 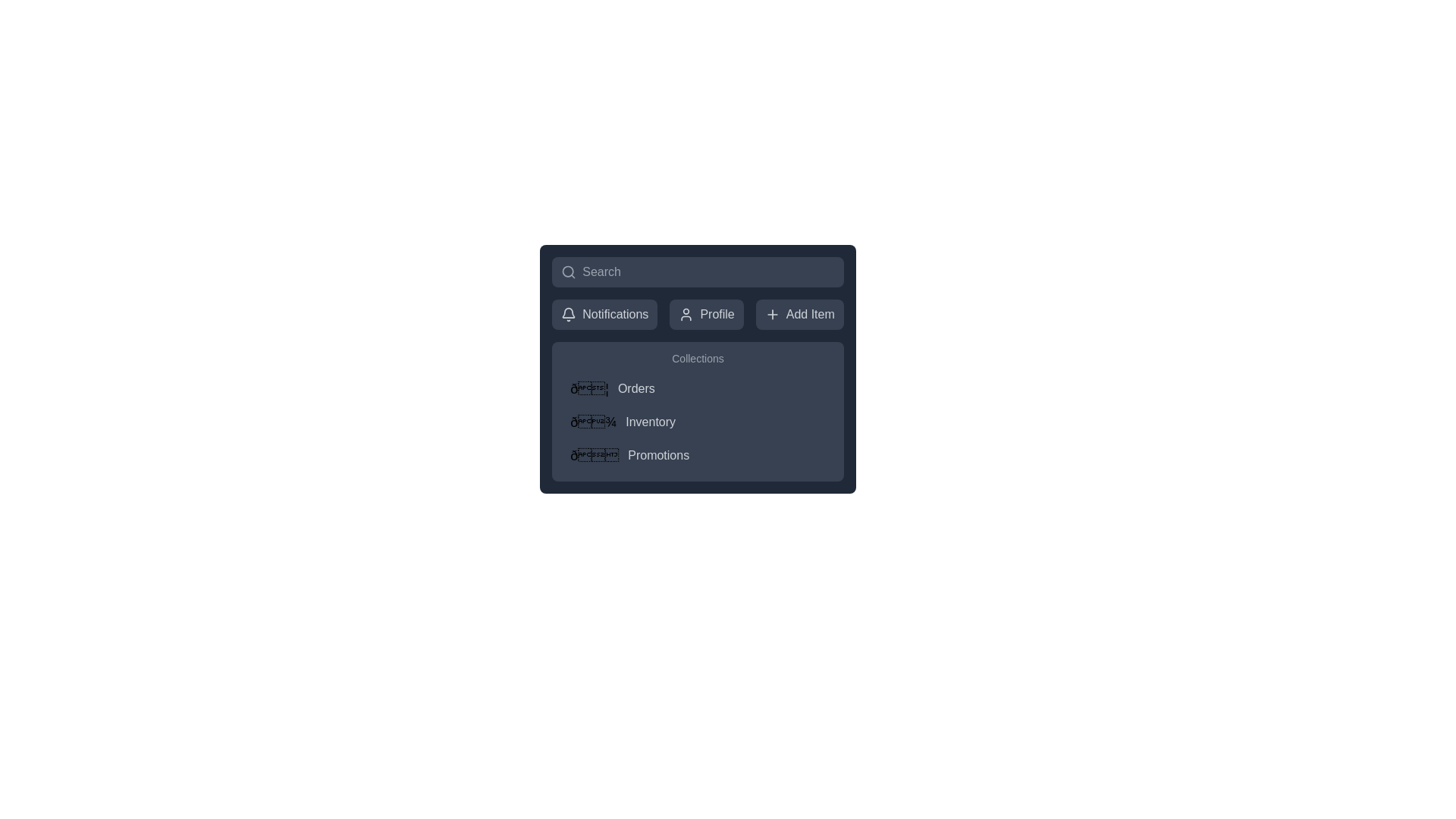 What do you see at coordinates (697, 455) in the screenshot?
I see `the promotions button located at the bottom of the vertical list structure` at bounding box center [697, 455].